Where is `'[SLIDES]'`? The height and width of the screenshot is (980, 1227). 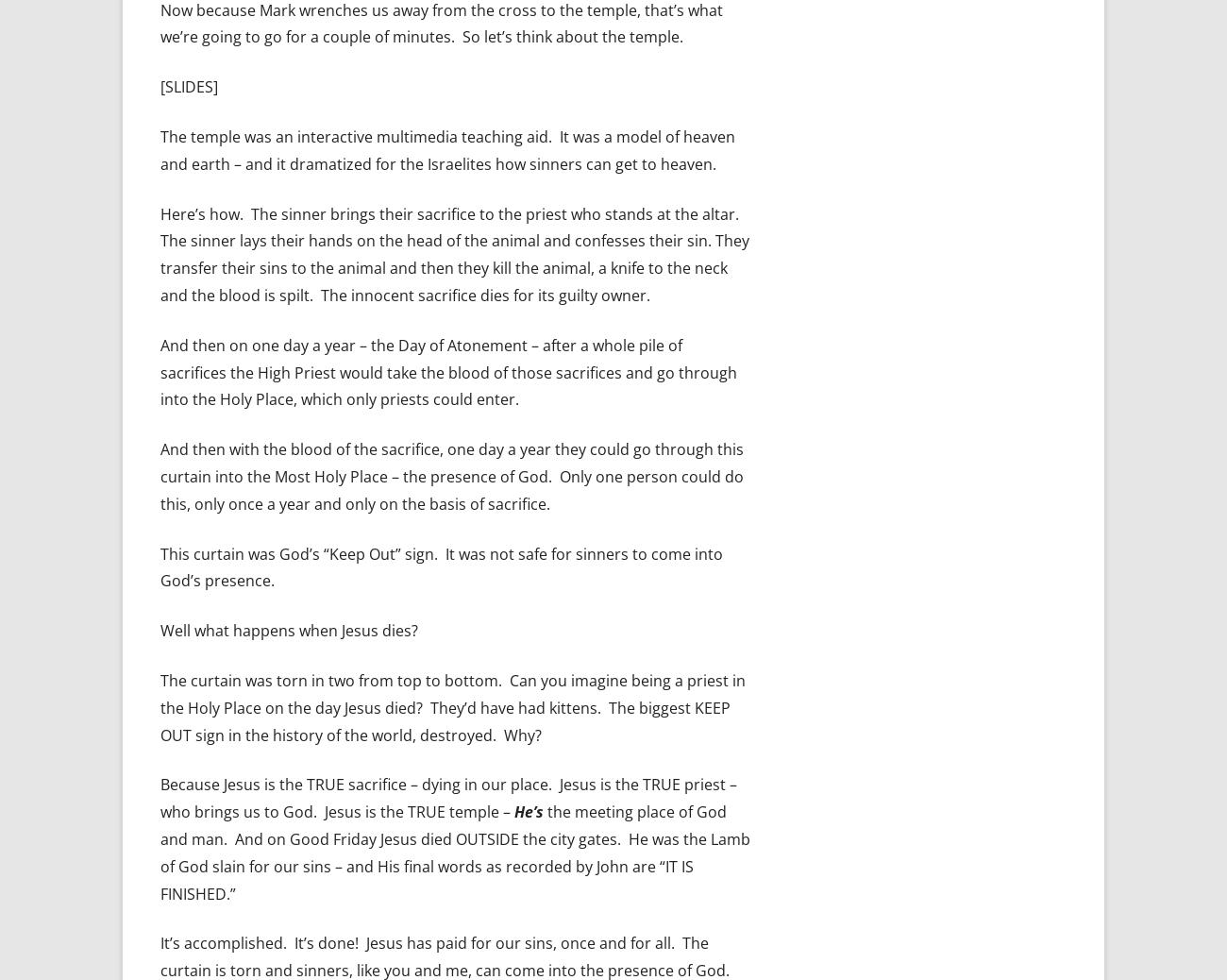 '[SLIDES]' is located at coordinates (189, 85).